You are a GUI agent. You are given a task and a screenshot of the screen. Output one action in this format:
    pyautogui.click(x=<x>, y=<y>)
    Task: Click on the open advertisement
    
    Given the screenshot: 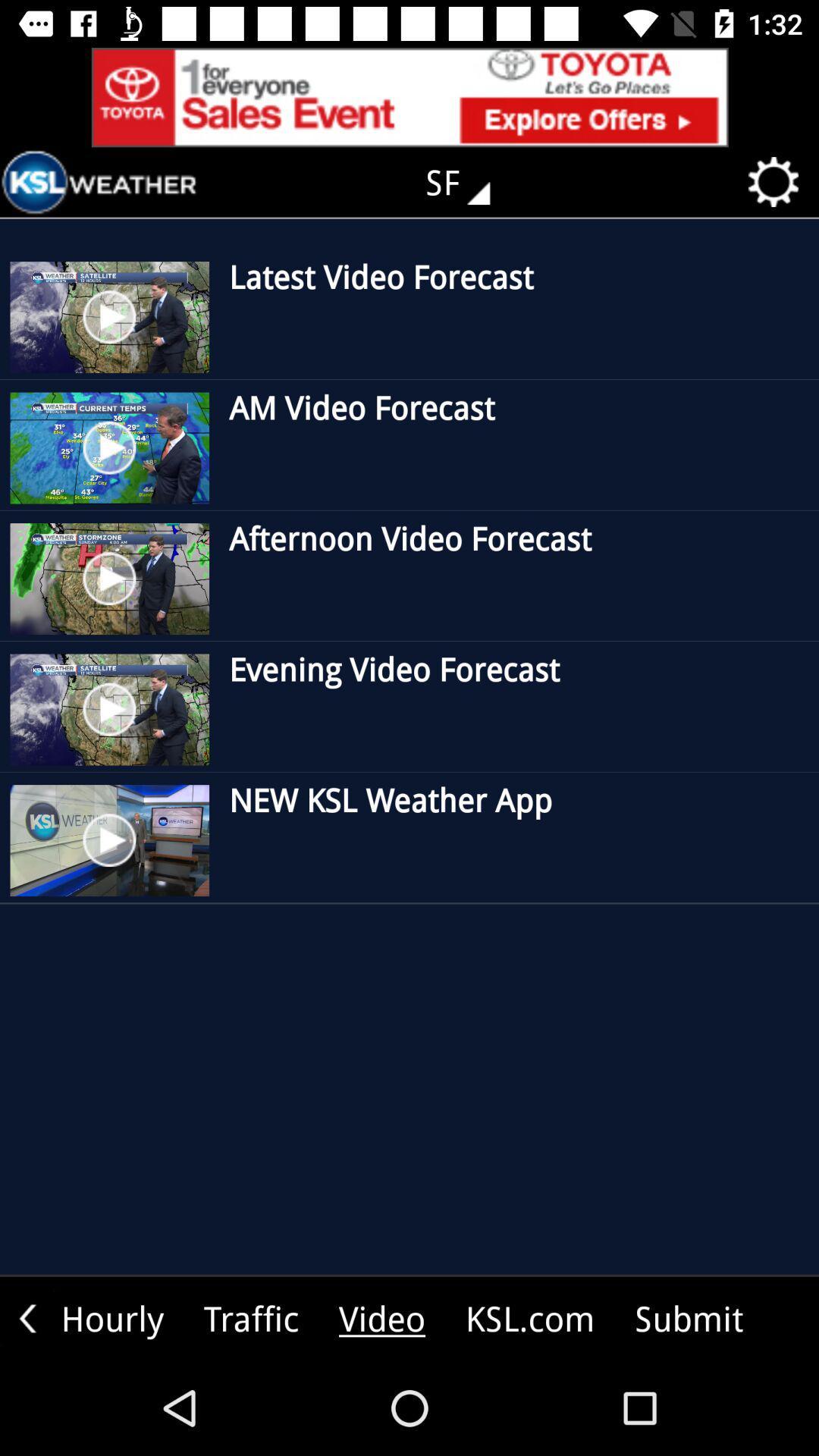 What is the action you would take?
    pyautogui.click(x=409, y=96)
    